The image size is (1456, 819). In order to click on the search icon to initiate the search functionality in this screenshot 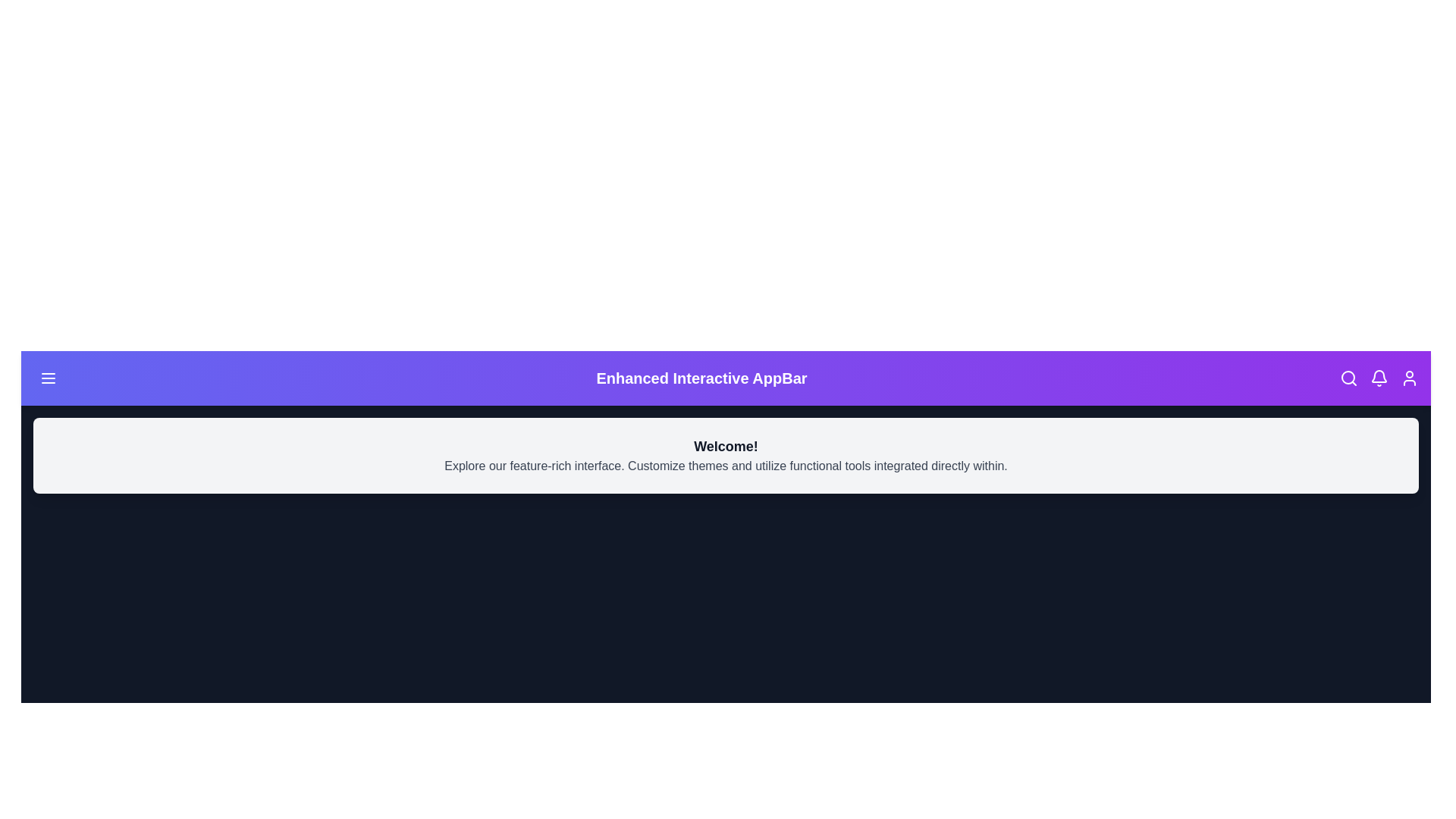, I will do `click(1349, 377)`.